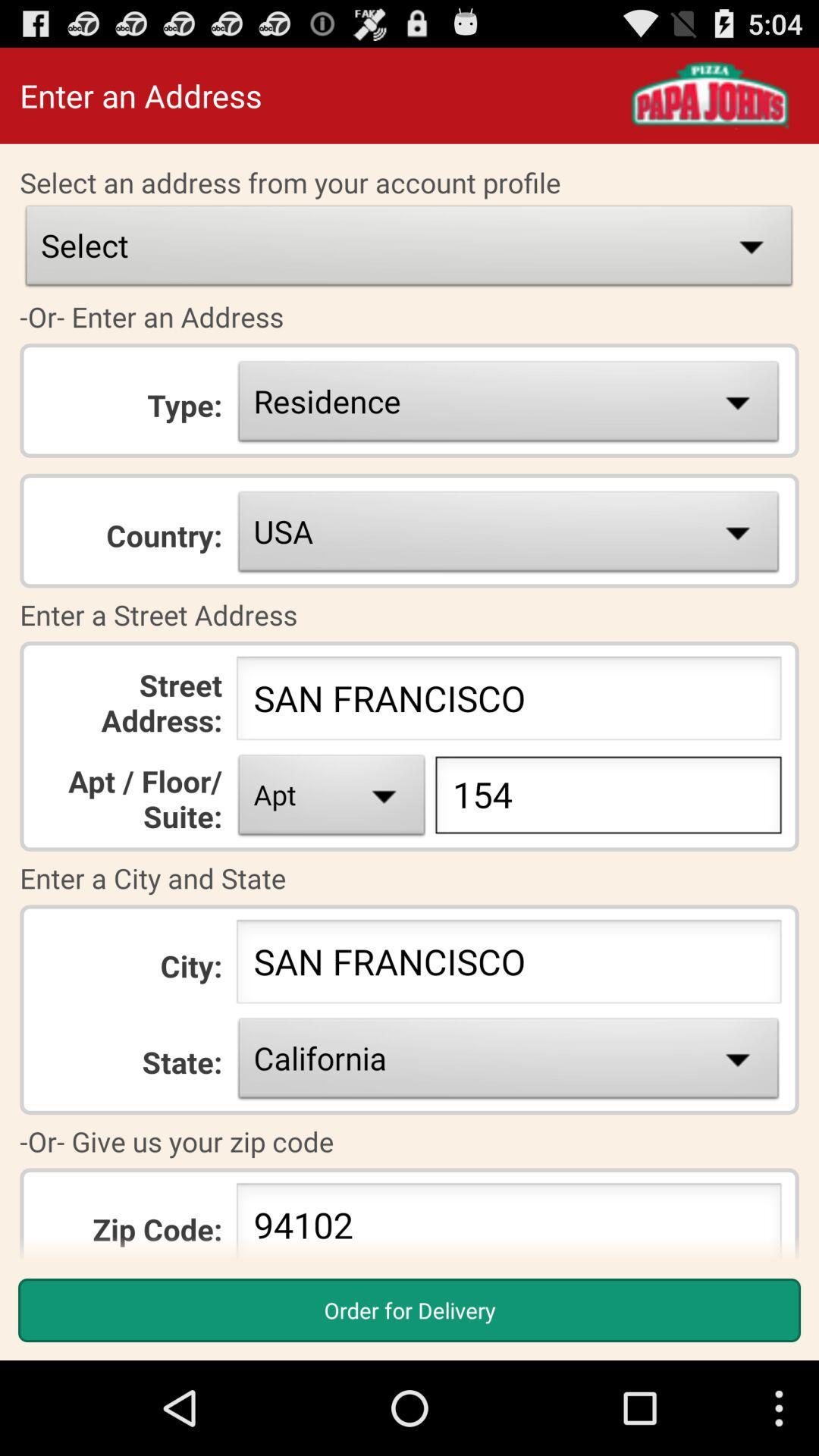  Describe the element at coordinates (409, 1310) in the screenshot. I see `order for delivery` at that location.